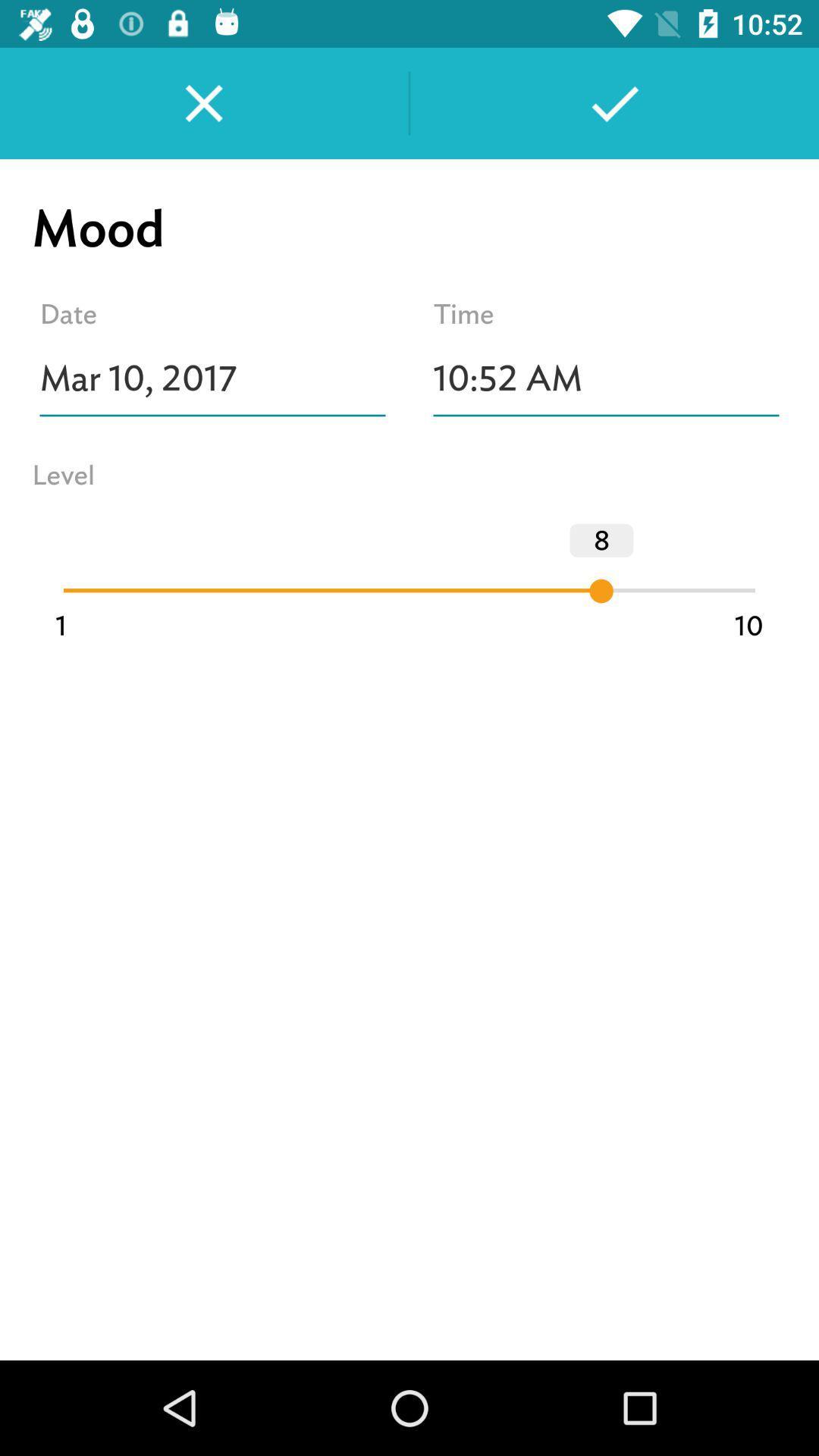  I want to click on the text field below date on the web page, so click(212, 378).